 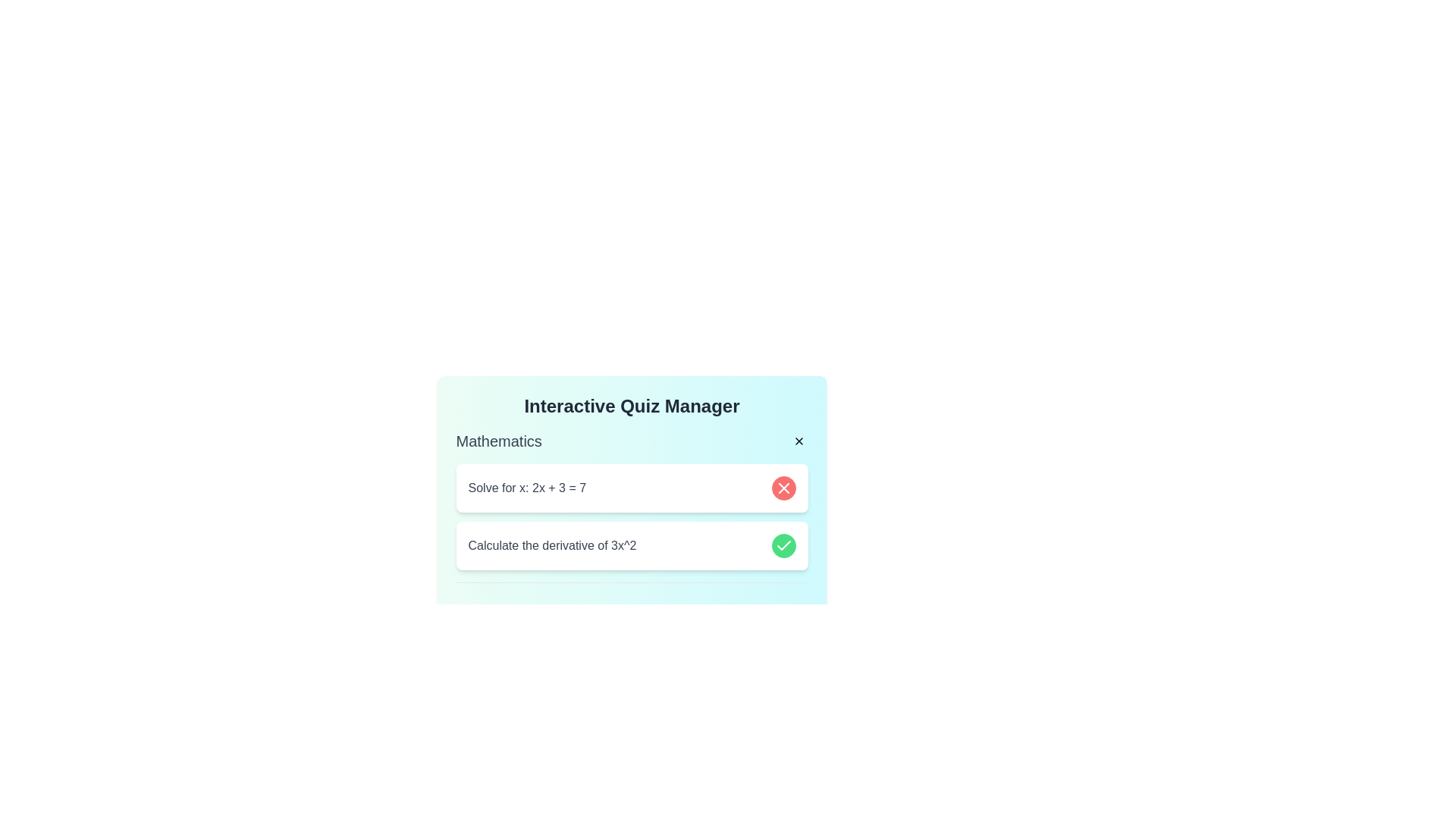 What do you see at coordinates (783, 546) in the screenshot?
I see `the checkmark icon, which is white and located within a green circular button, to confirm the action in the Interactive Quiz Manager section` at bounding box center [783, 546].